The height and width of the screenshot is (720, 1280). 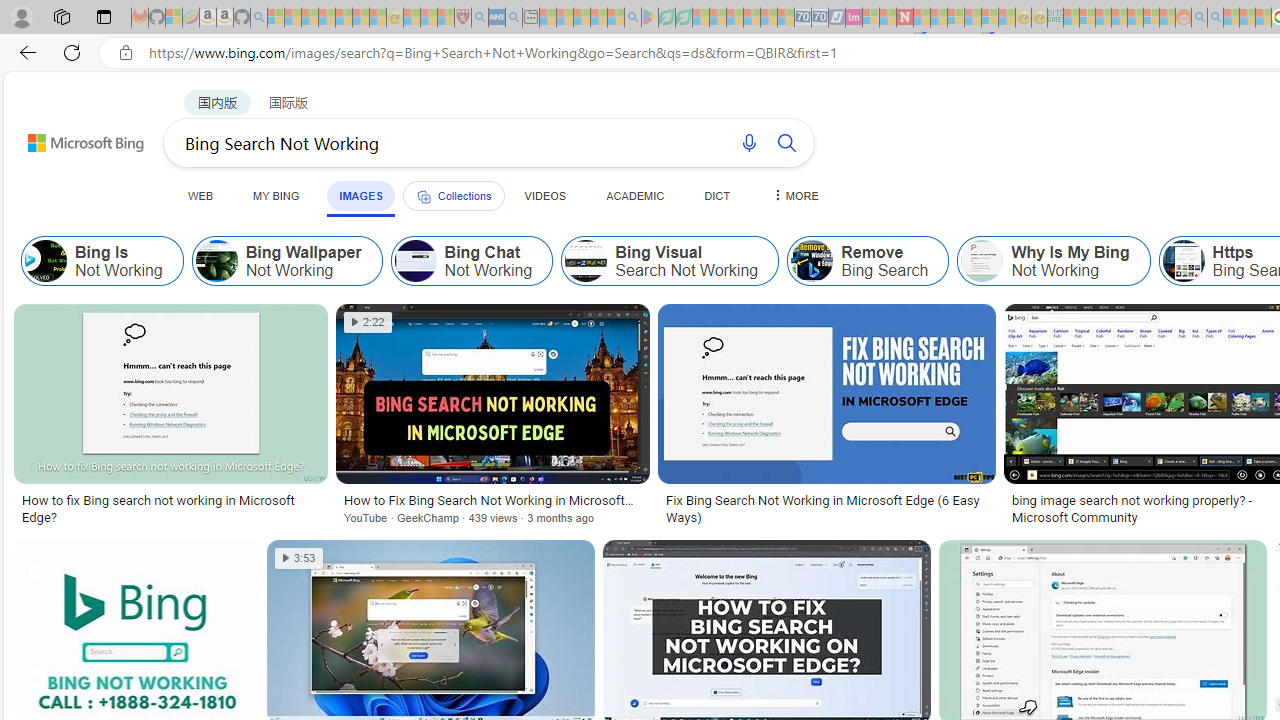 I want to click on 'Bing Chat Not Working', so click(x=414, y=260).